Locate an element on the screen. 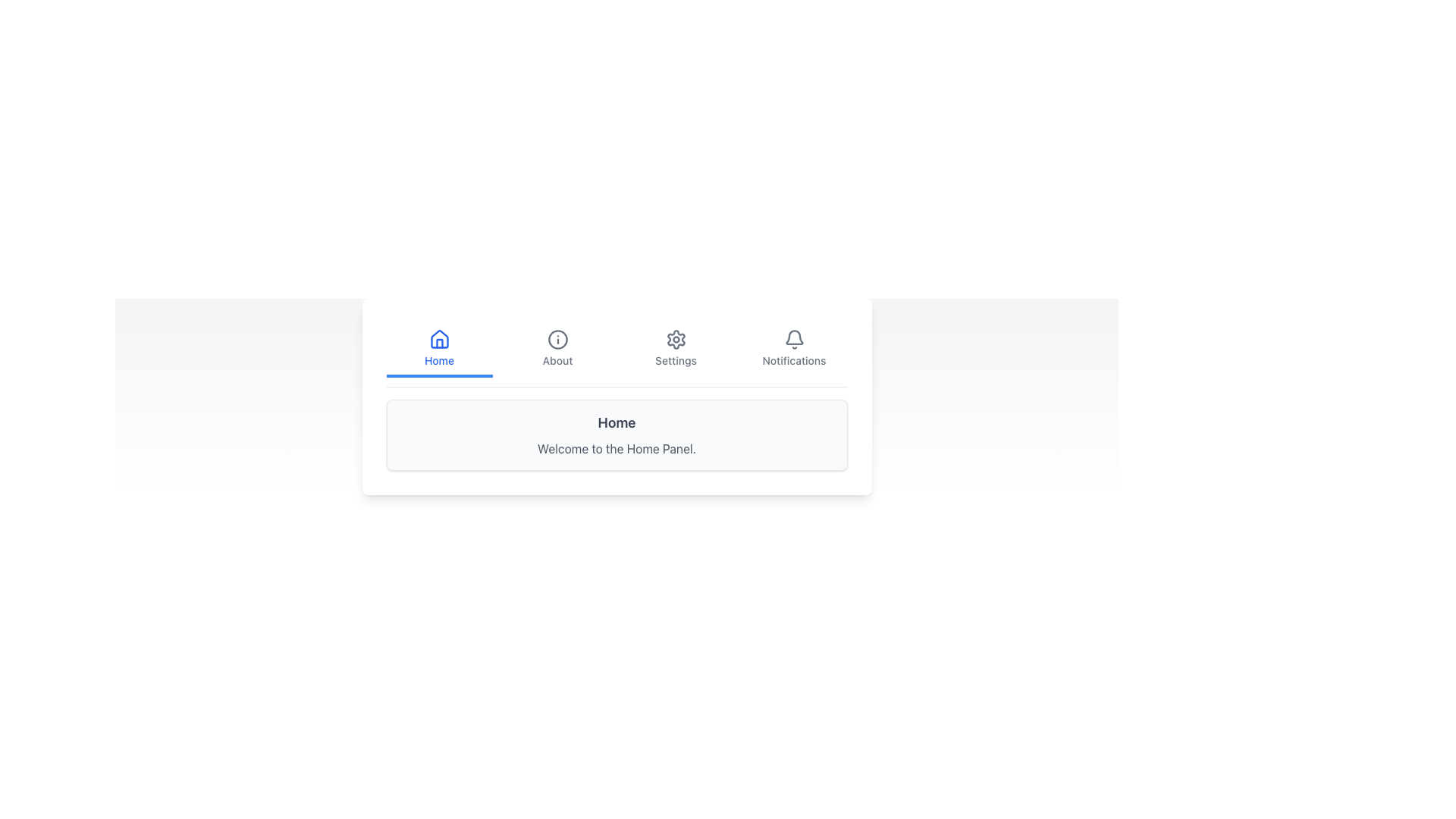  the static text element that serves as the title or heading for the panel, located at the top-center of the bordered panel is located at coordinates (617, 423).